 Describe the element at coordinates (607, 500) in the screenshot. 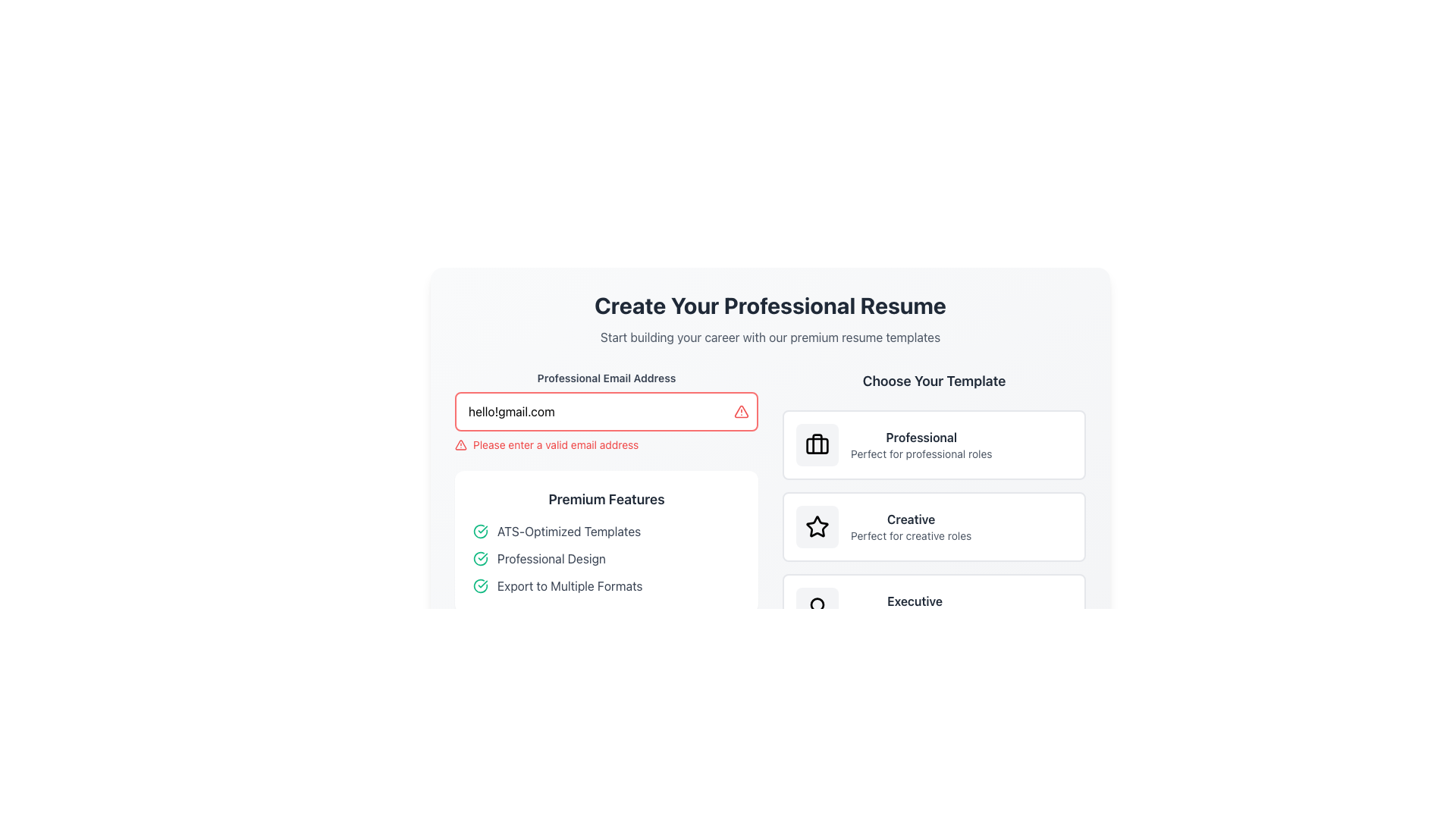

I see `the Text label that serves as a header or title for the section indicating the content or theme of the feature descriptions, located below the email input area` at that location.